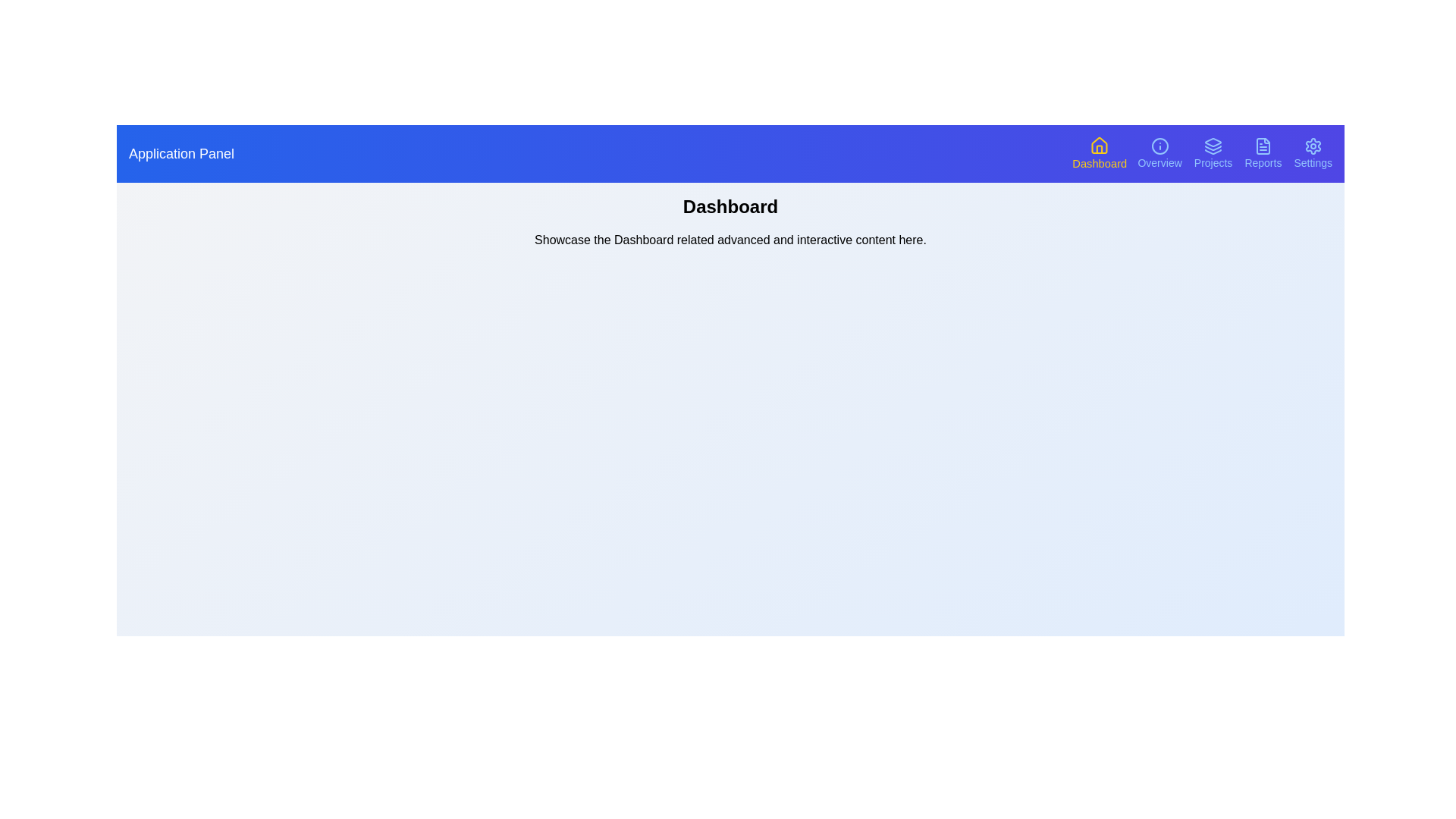 The height and width of the screenshot is (819, 1456). I want to click on the navigation button corresponding to Projects, so click(1213, 154).